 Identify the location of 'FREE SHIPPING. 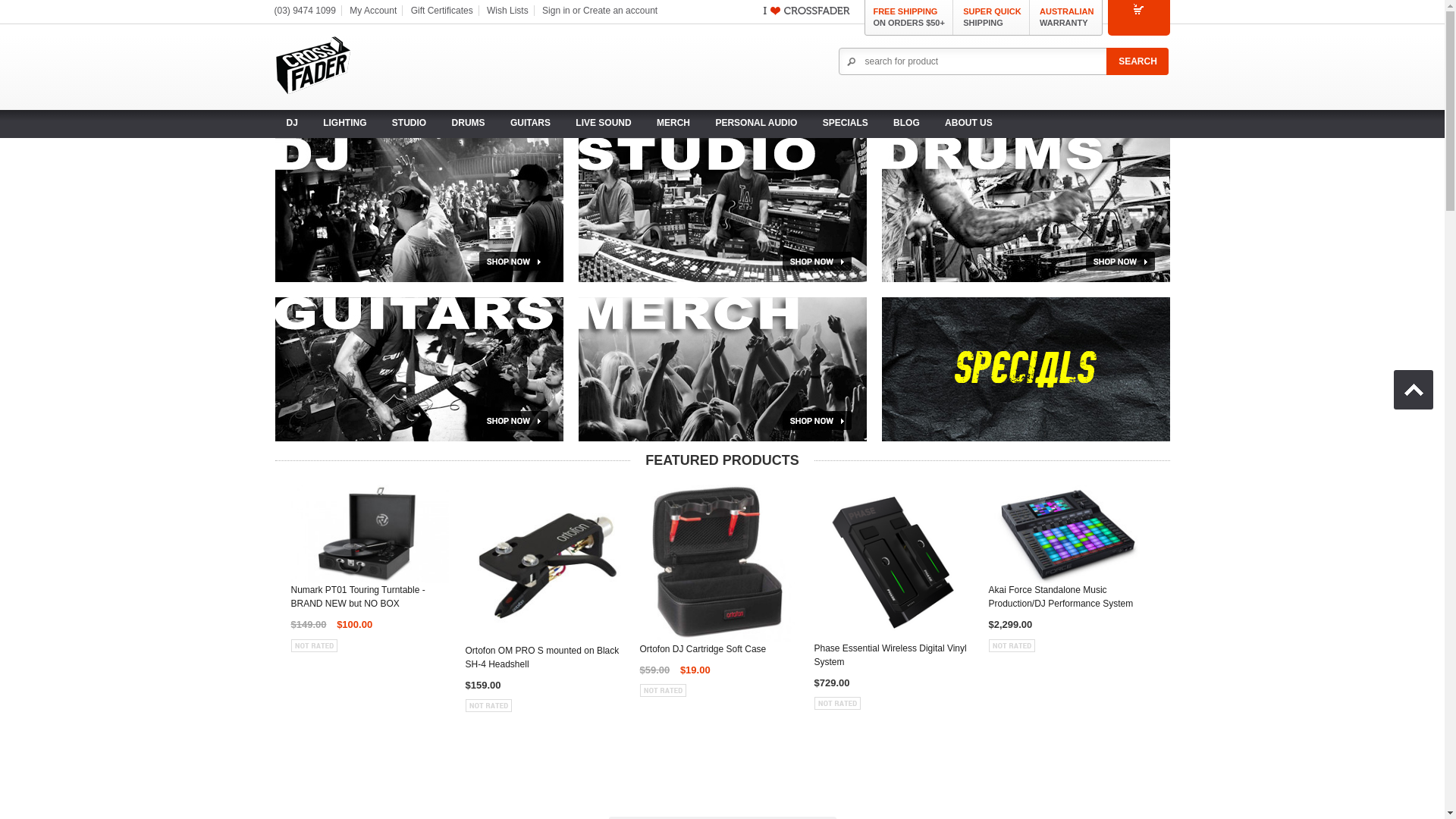
(908, 17).